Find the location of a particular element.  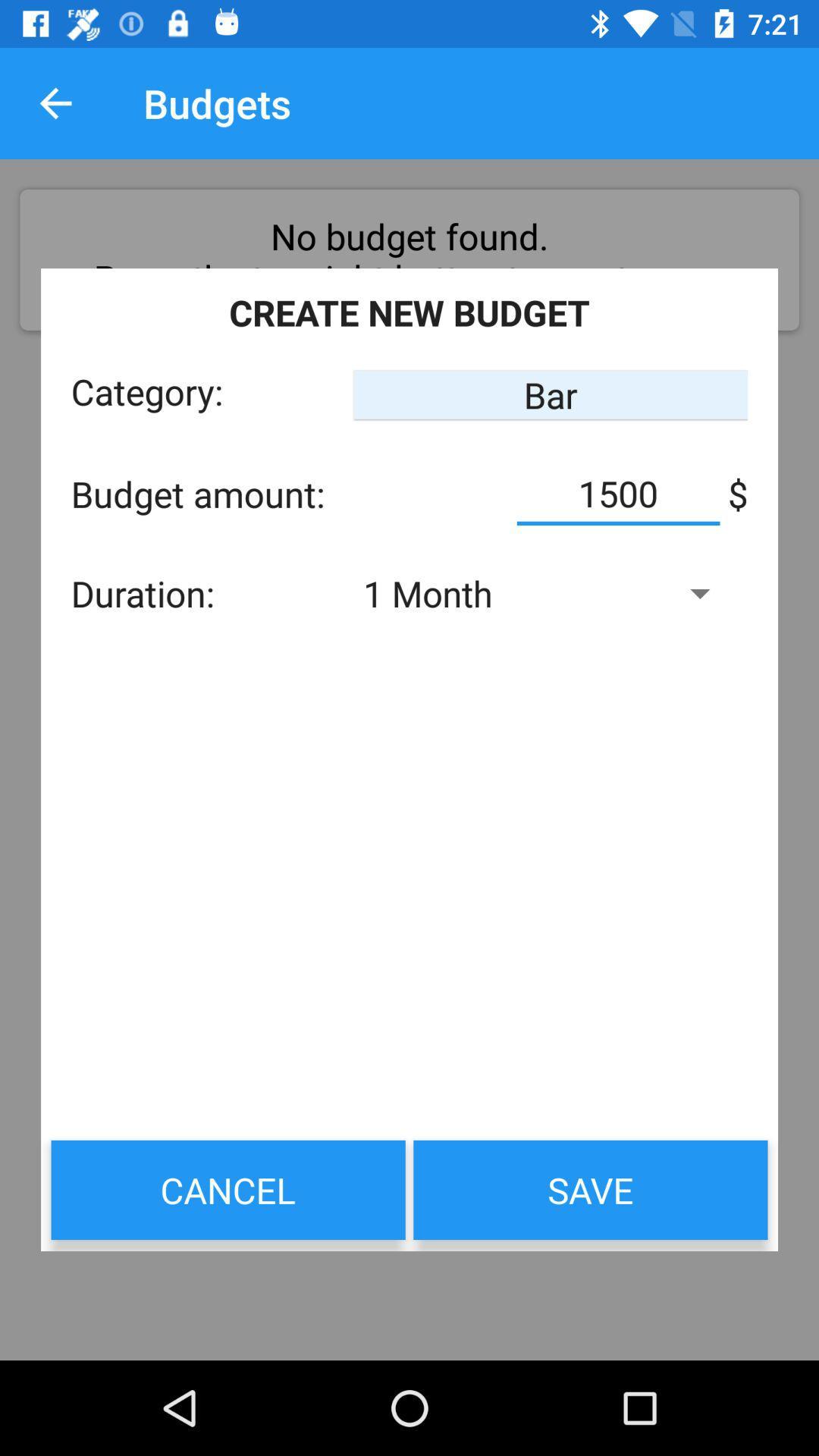

save at the bottom right corner is located at coordinates (590, 1189).